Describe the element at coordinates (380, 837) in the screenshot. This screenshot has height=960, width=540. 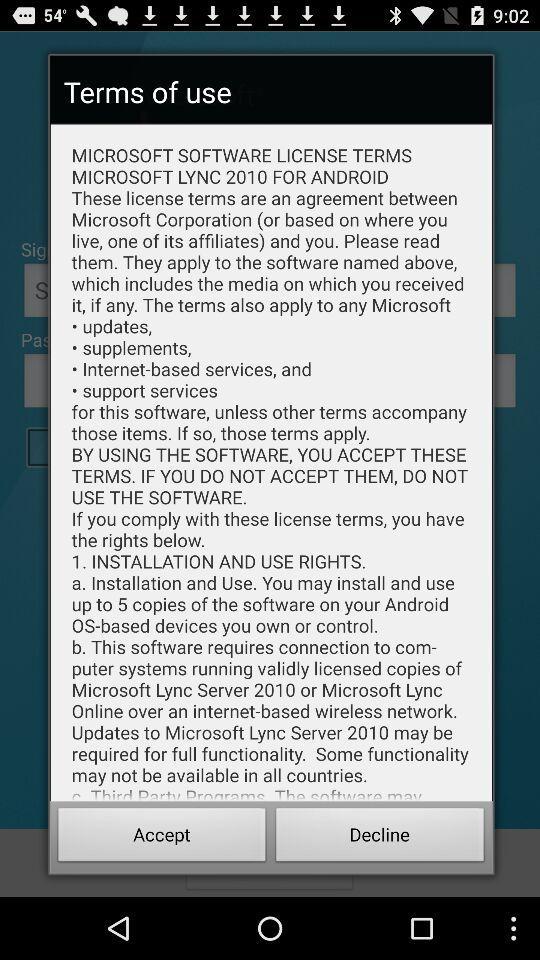
I see `the decline at the bottom right corner` at that location.